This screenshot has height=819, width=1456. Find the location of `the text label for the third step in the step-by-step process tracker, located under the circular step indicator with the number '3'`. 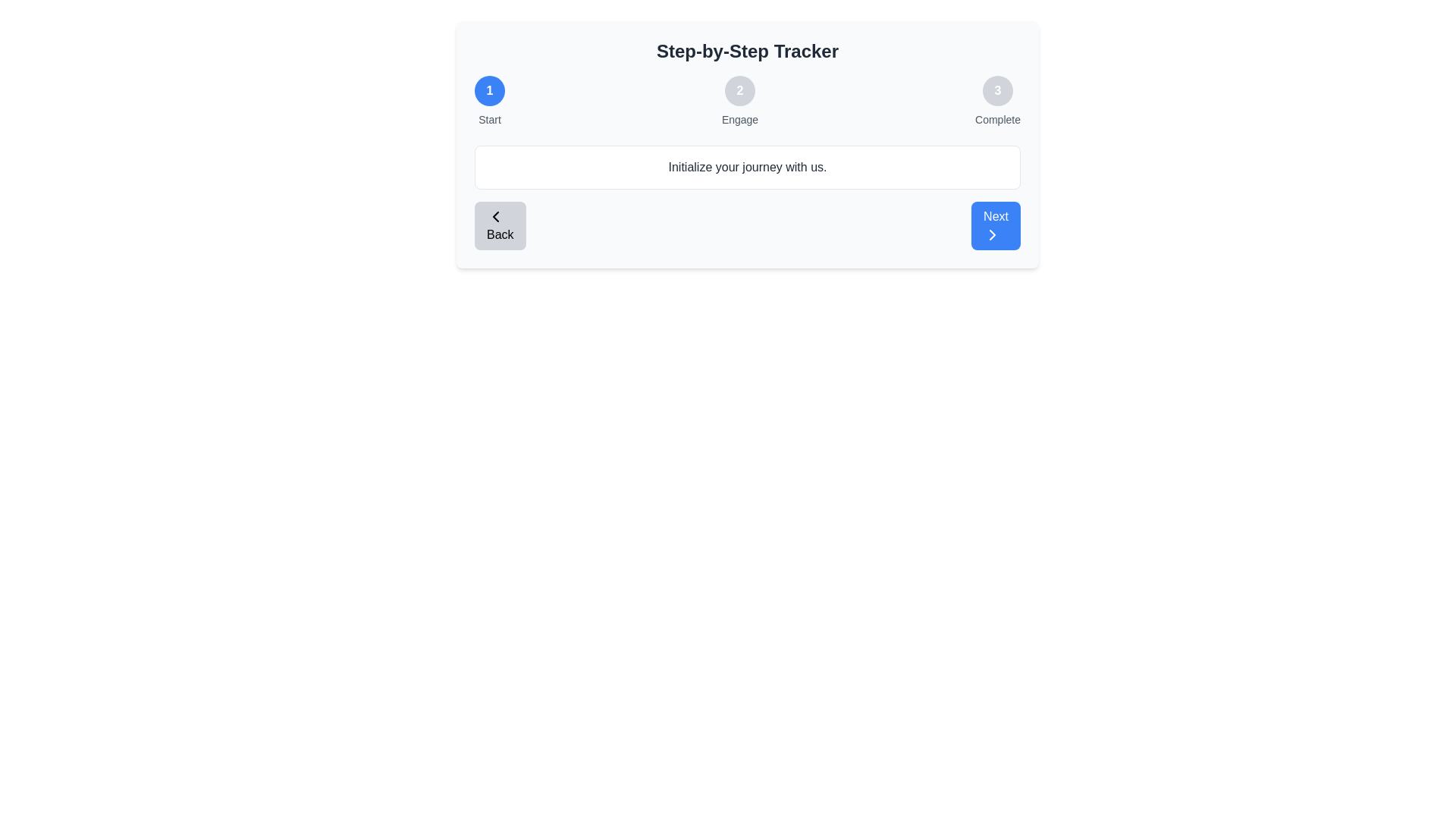

the text label for the third step in the step-by-step process tracker, located under the circular step indicator with the number '3' is located at coordinates (997, 119).